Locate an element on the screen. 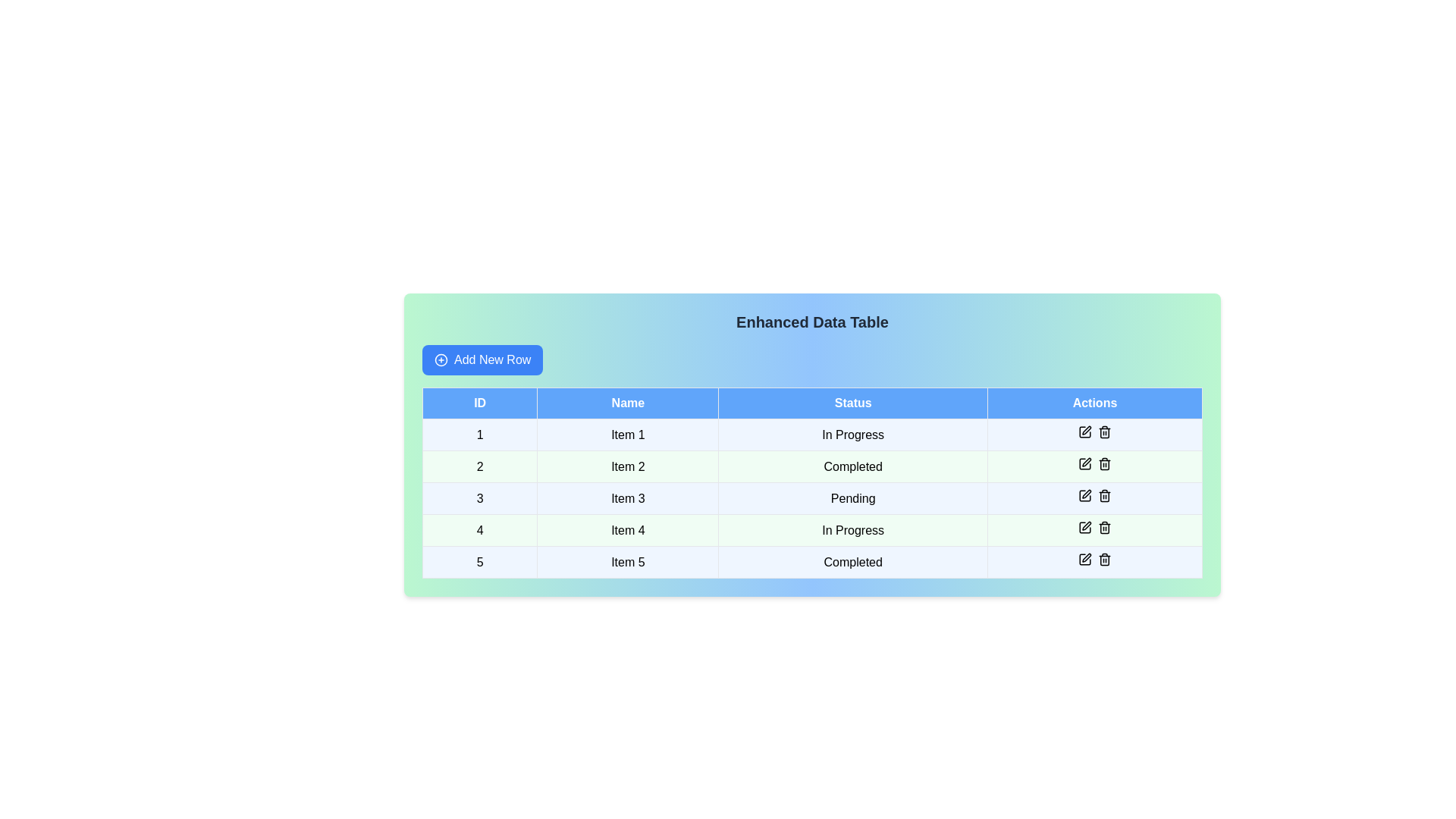  the table cell displaying the numeral '2' in bold black font, located in the second row and first column of the table is located at coordinates (479, 466).